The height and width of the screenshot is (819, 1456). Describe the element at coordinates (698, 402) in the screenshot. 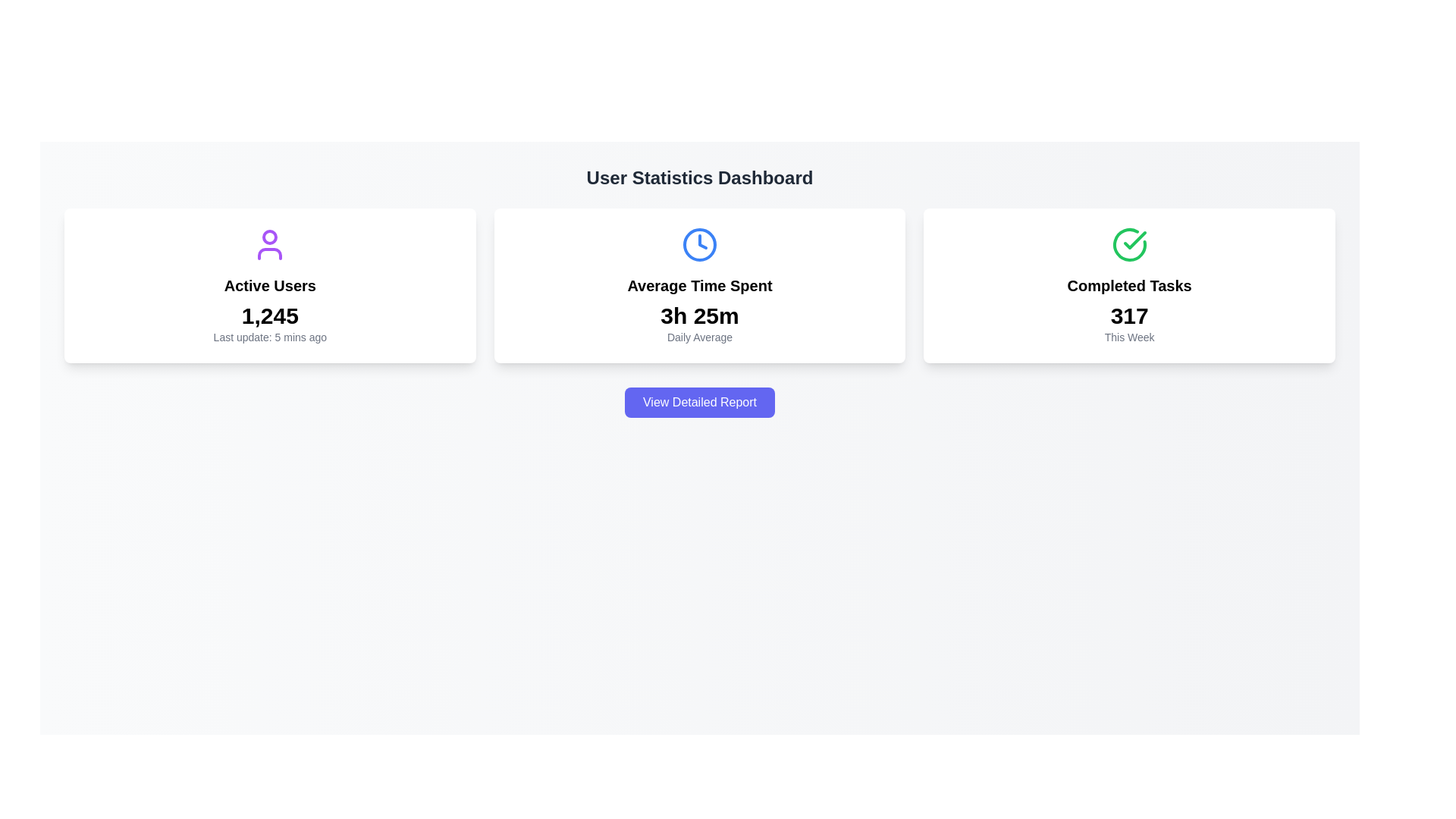

I see `the button with a purple background and white text that reads 'View Detailed Report', located centrally below the dashboard statistics` at that location.